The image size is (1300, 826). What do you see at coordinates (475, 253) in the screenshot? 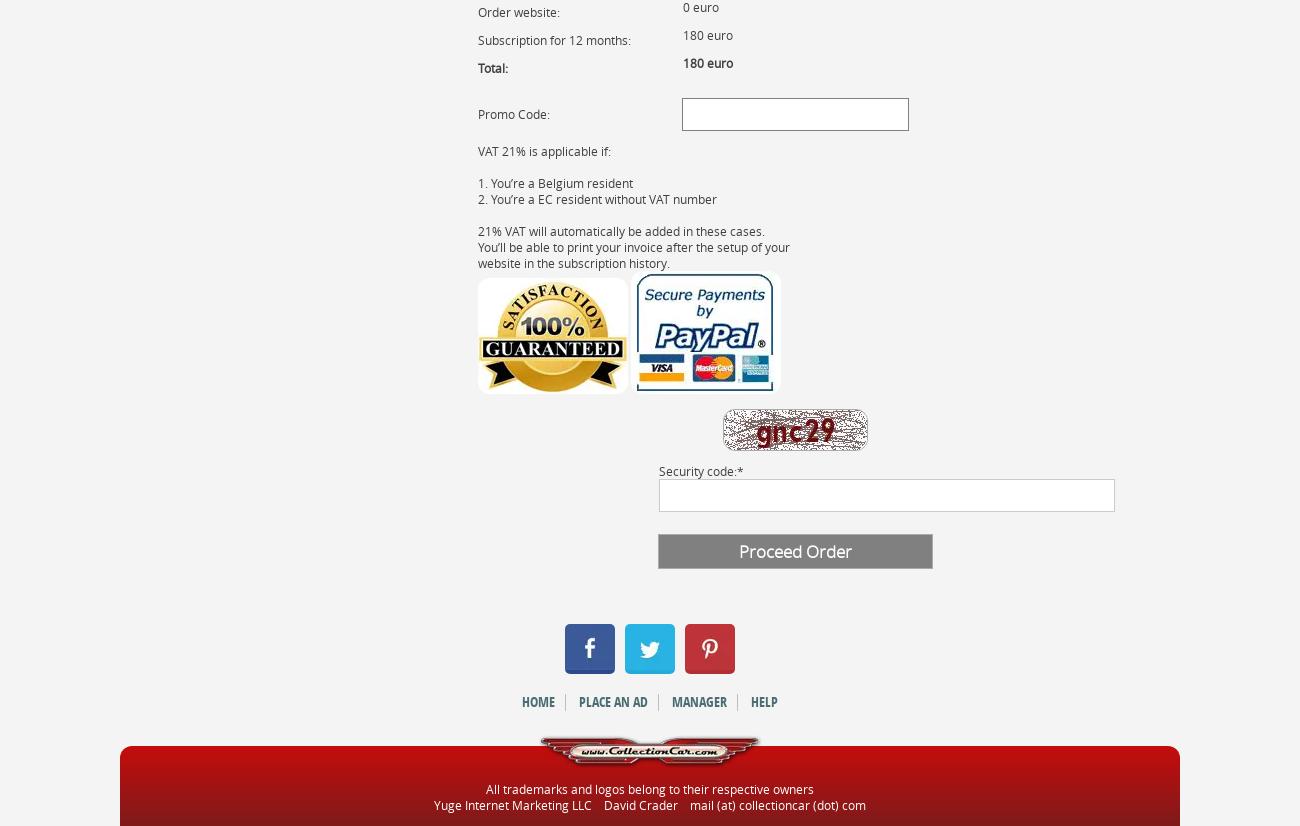
I see `'You’ll be able to print your invoice after the setup of your website in the subscription history.'` at bounding box center [475, 253].